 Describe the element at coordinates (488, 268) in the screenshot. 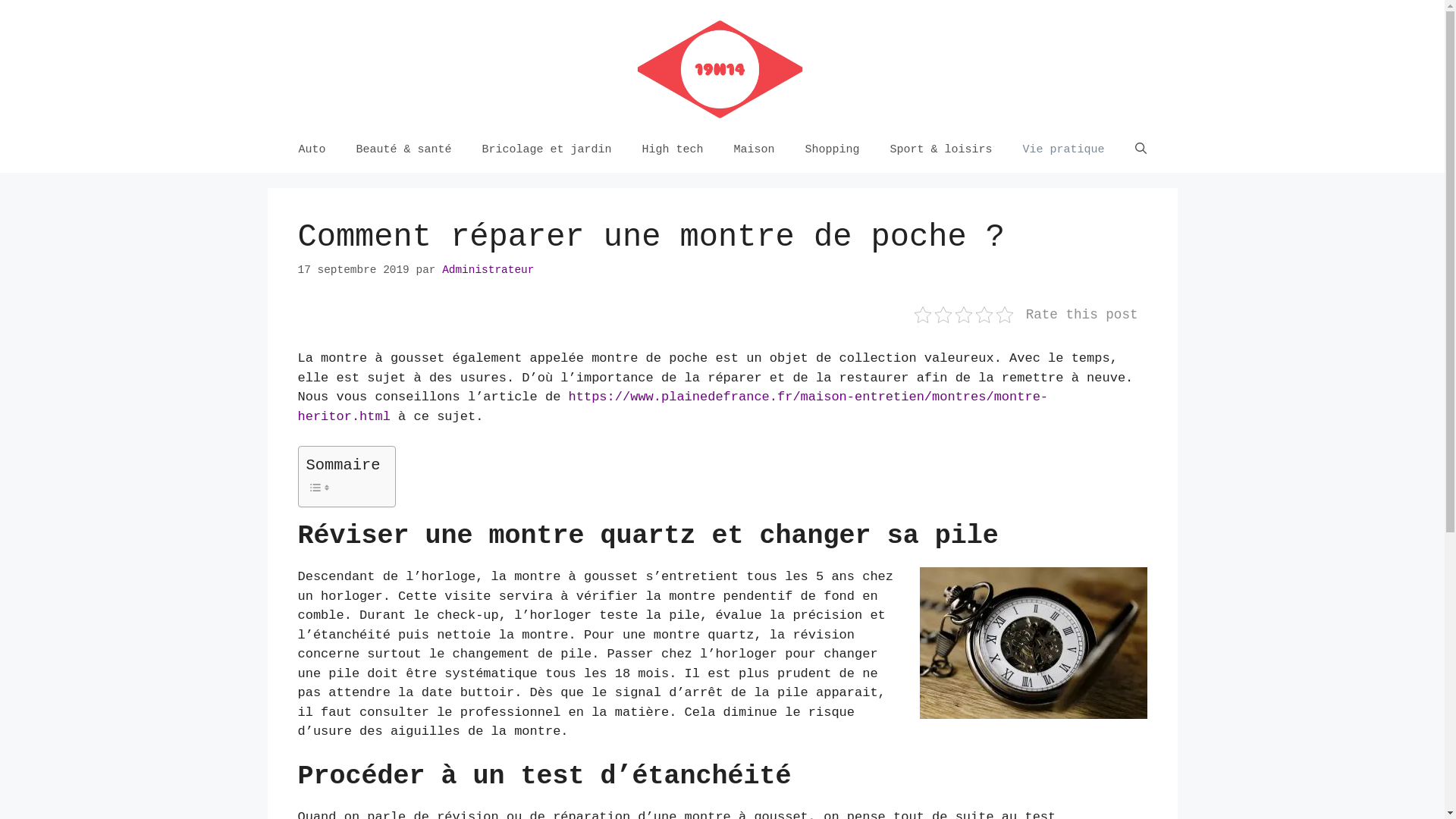

I see `'Administrateur'` at that location.